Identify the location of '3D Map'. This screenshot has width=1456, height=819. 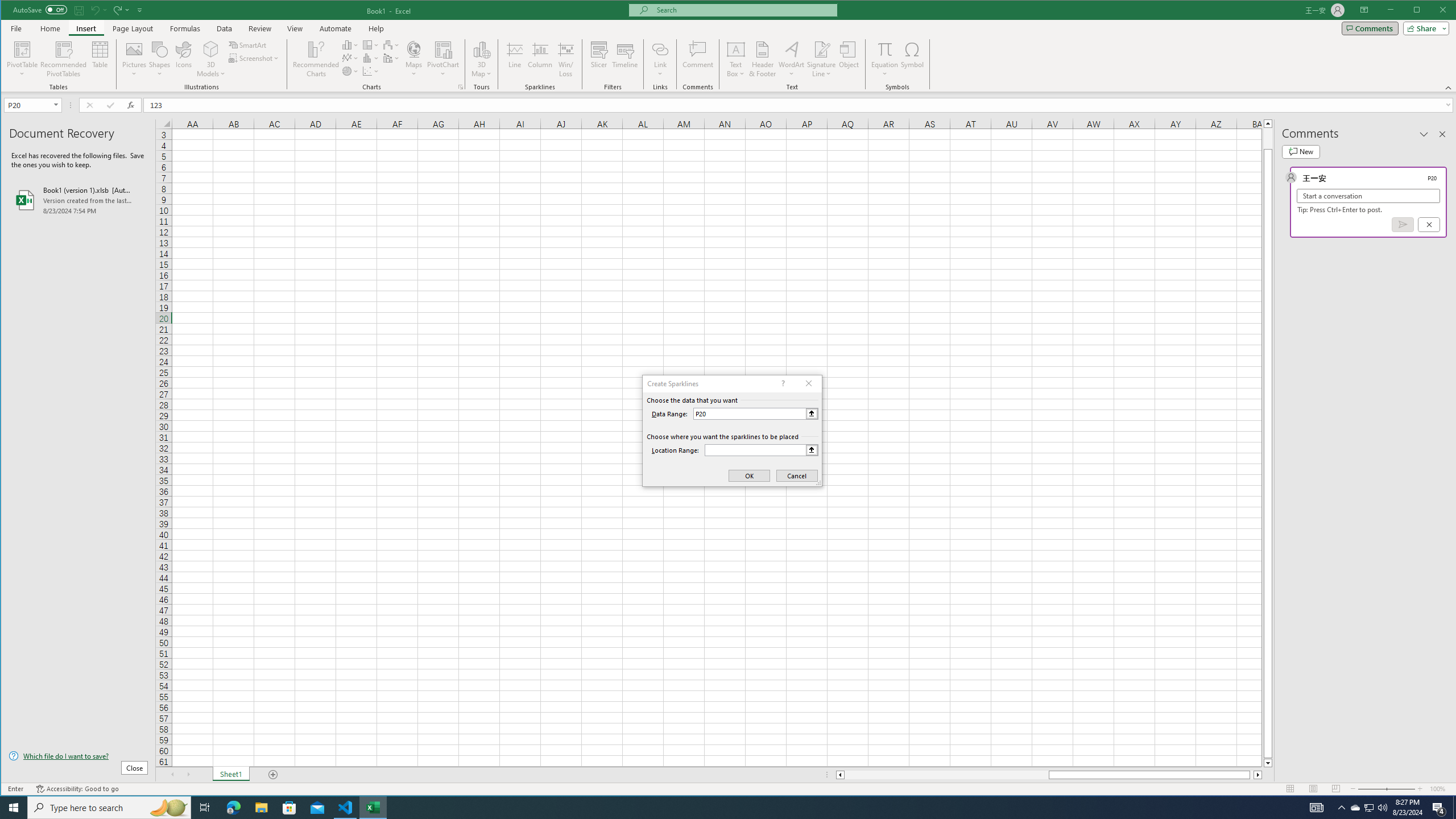
(482, 59).